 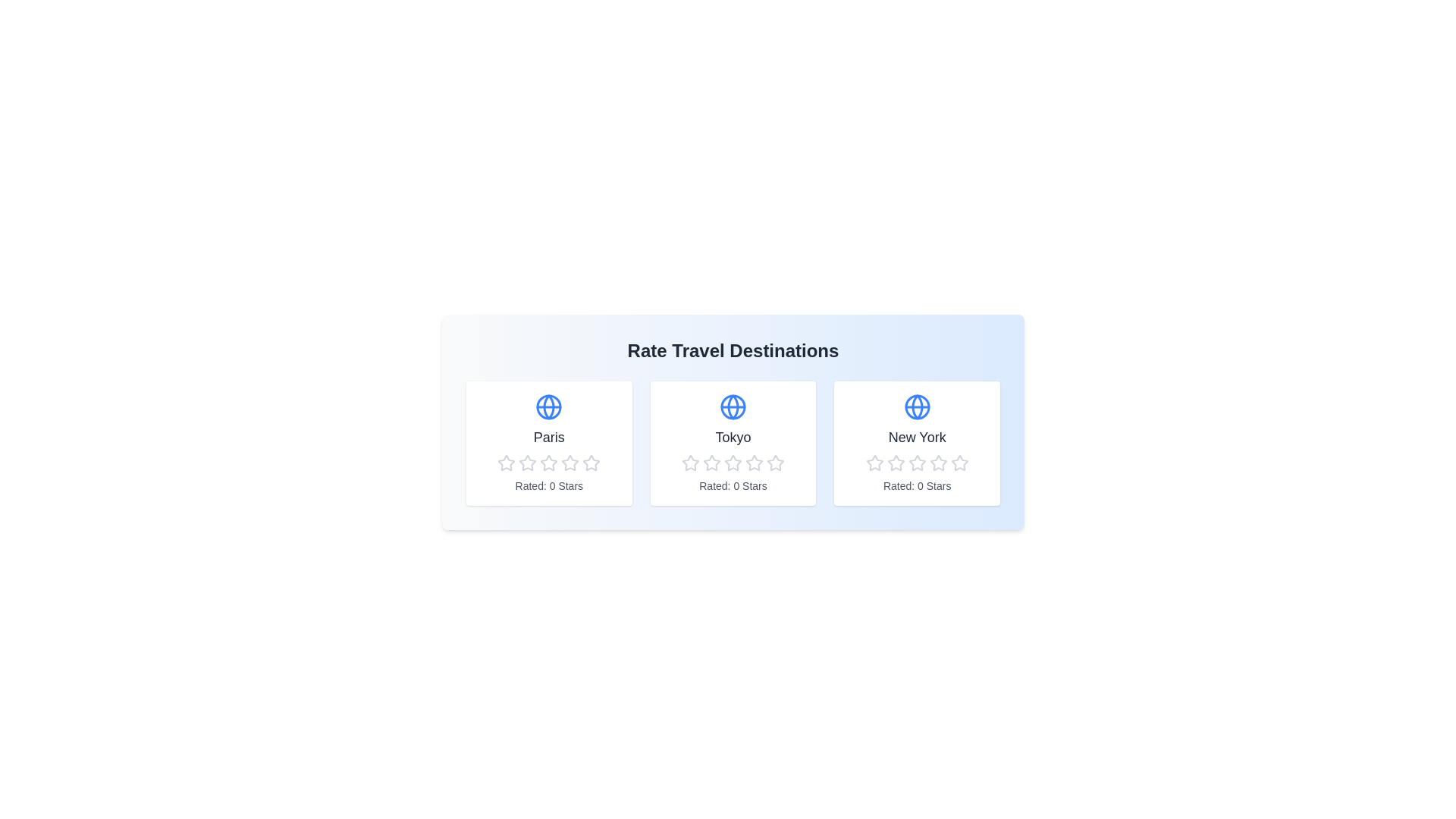 What do you see at coordinates (582, 605) in the screenshot?
I see `the background or container area at container_bottom` at bounding box center [582, 605].